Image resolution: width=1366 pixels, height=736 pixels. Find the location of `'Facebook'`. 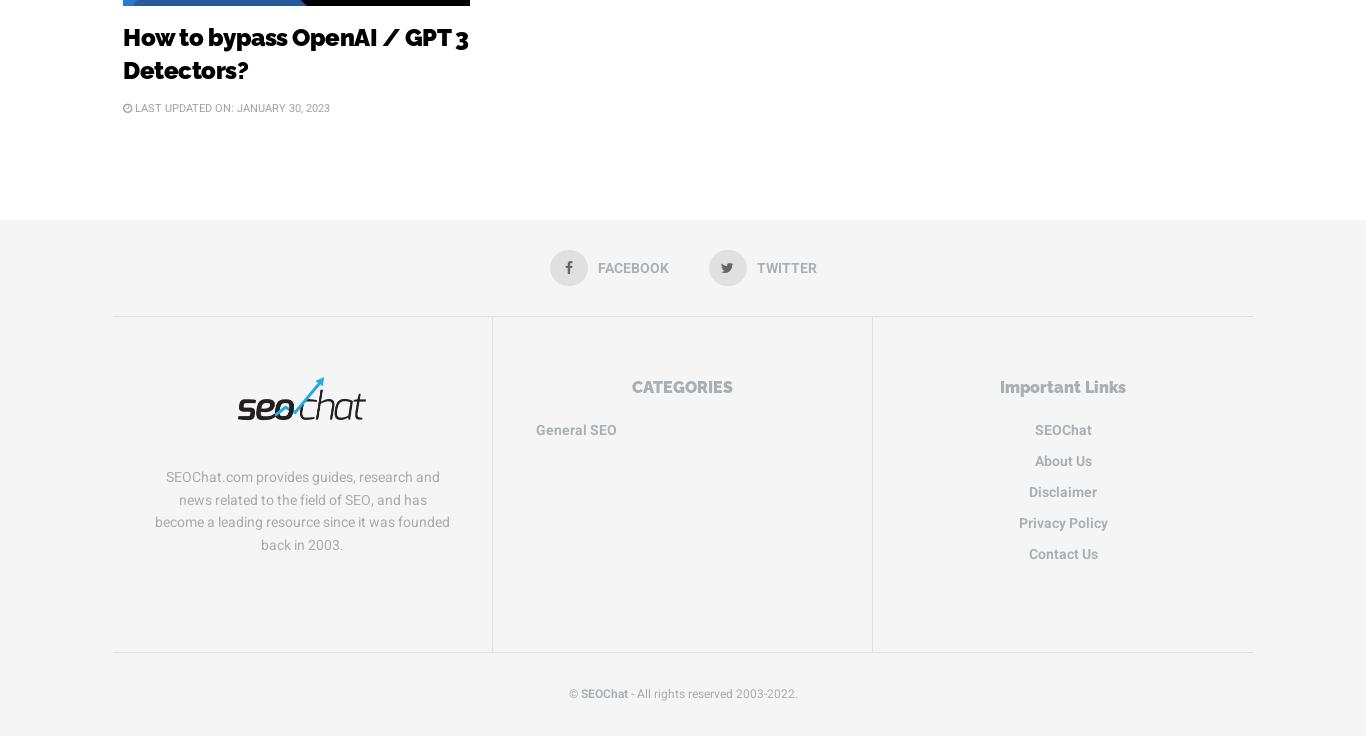

'Facebook' is located at coordinates (631, 268).